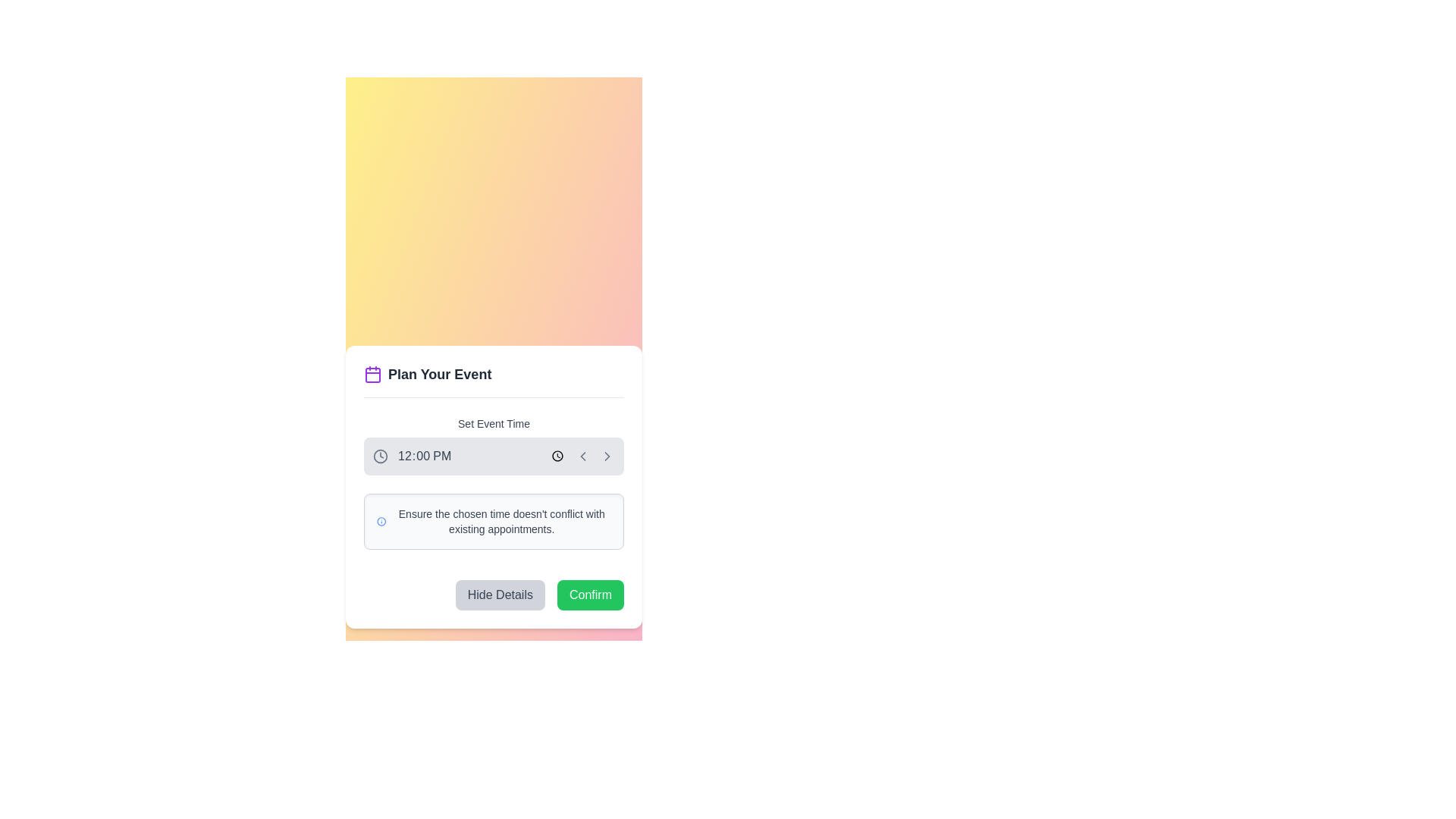 The height and width of the screenshot is (819, 1456). I want to click on the time decrement button located to the left of the right-facing chevron icon in the 'Set Event Time' section, so click(582, 455).